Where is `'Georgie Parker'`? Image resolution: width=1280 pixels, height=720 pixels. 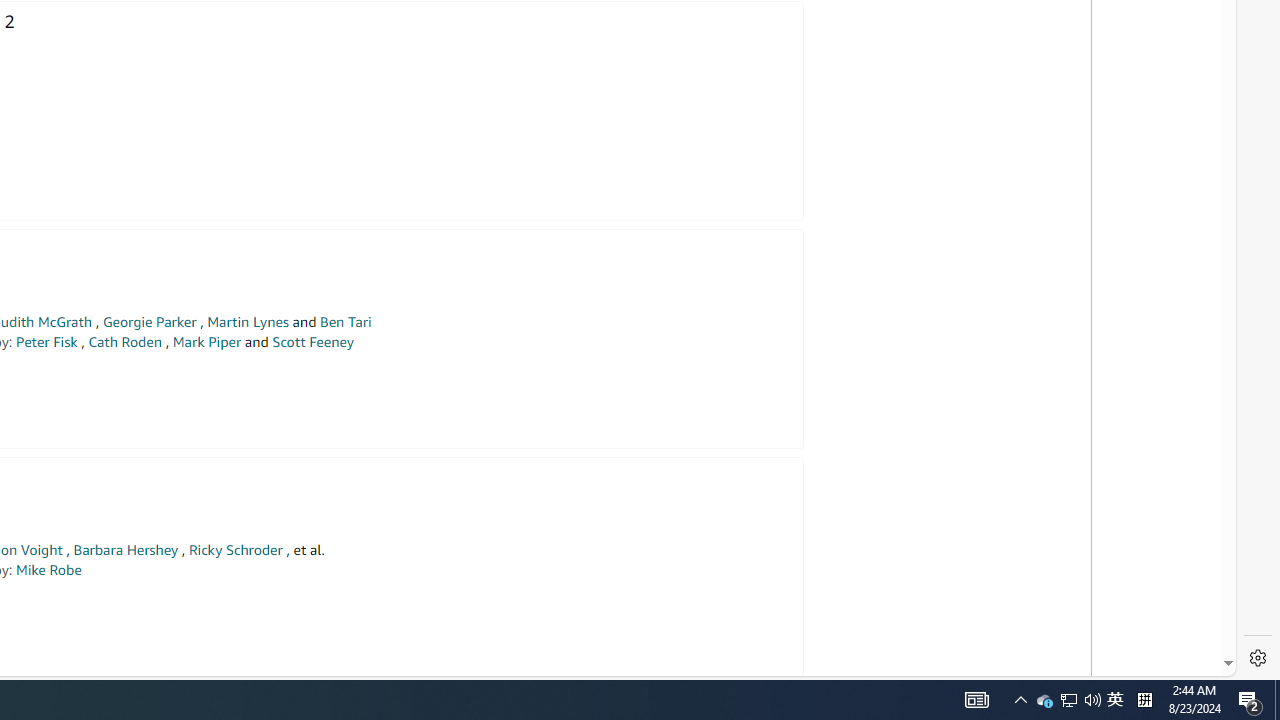 'Georgie Parker' is located at coordinates (148, 321).